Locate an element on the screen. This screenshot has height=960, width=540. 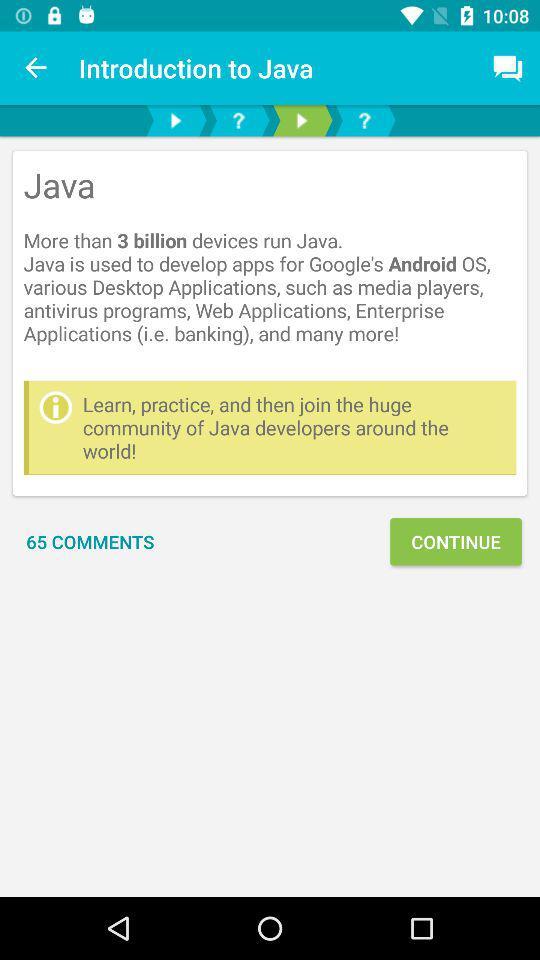
the item next to the introduction to java icon is located at coordinates (36, 68).